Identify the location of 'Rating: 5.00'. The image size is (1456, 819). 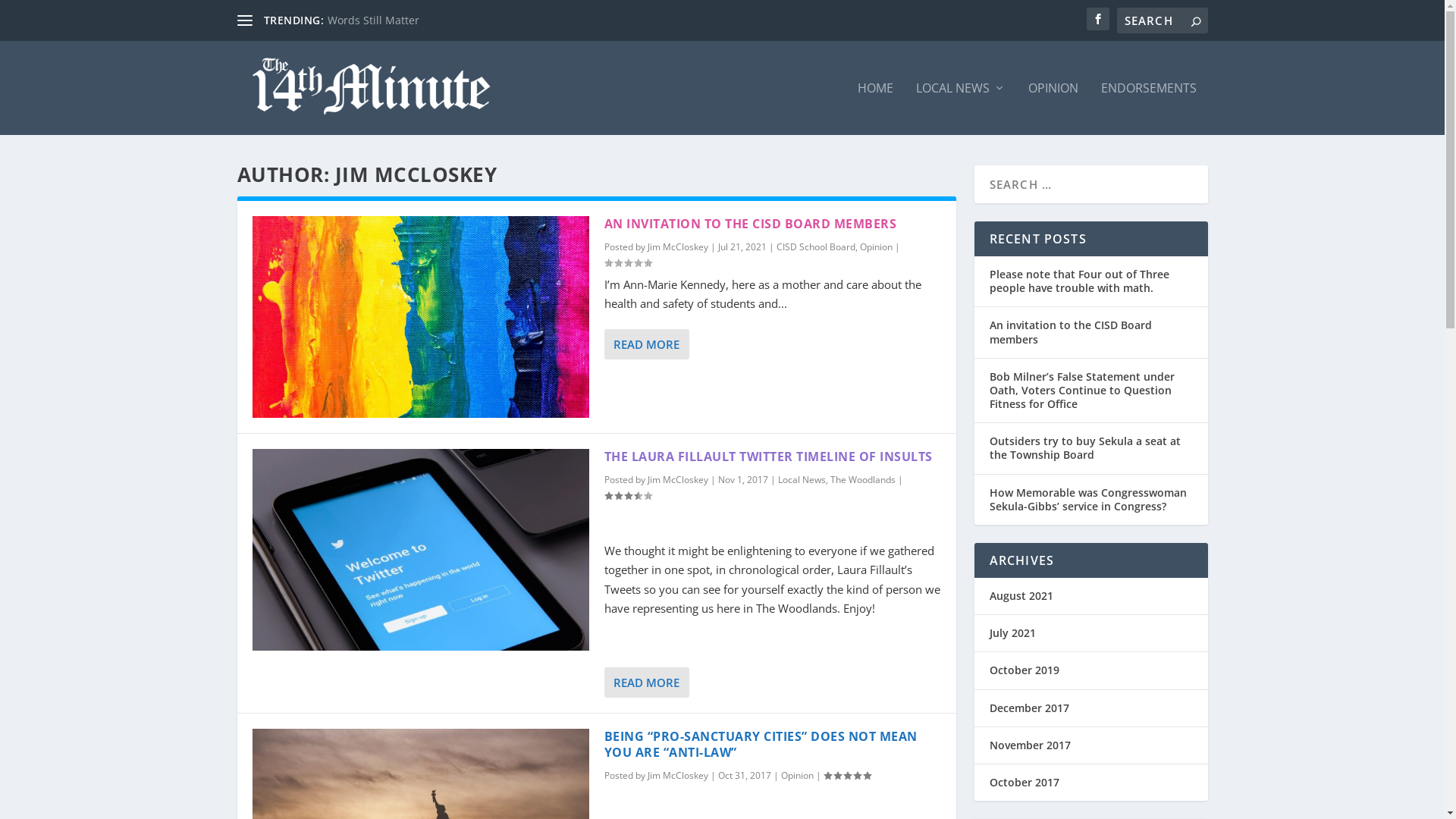
(846, 775).